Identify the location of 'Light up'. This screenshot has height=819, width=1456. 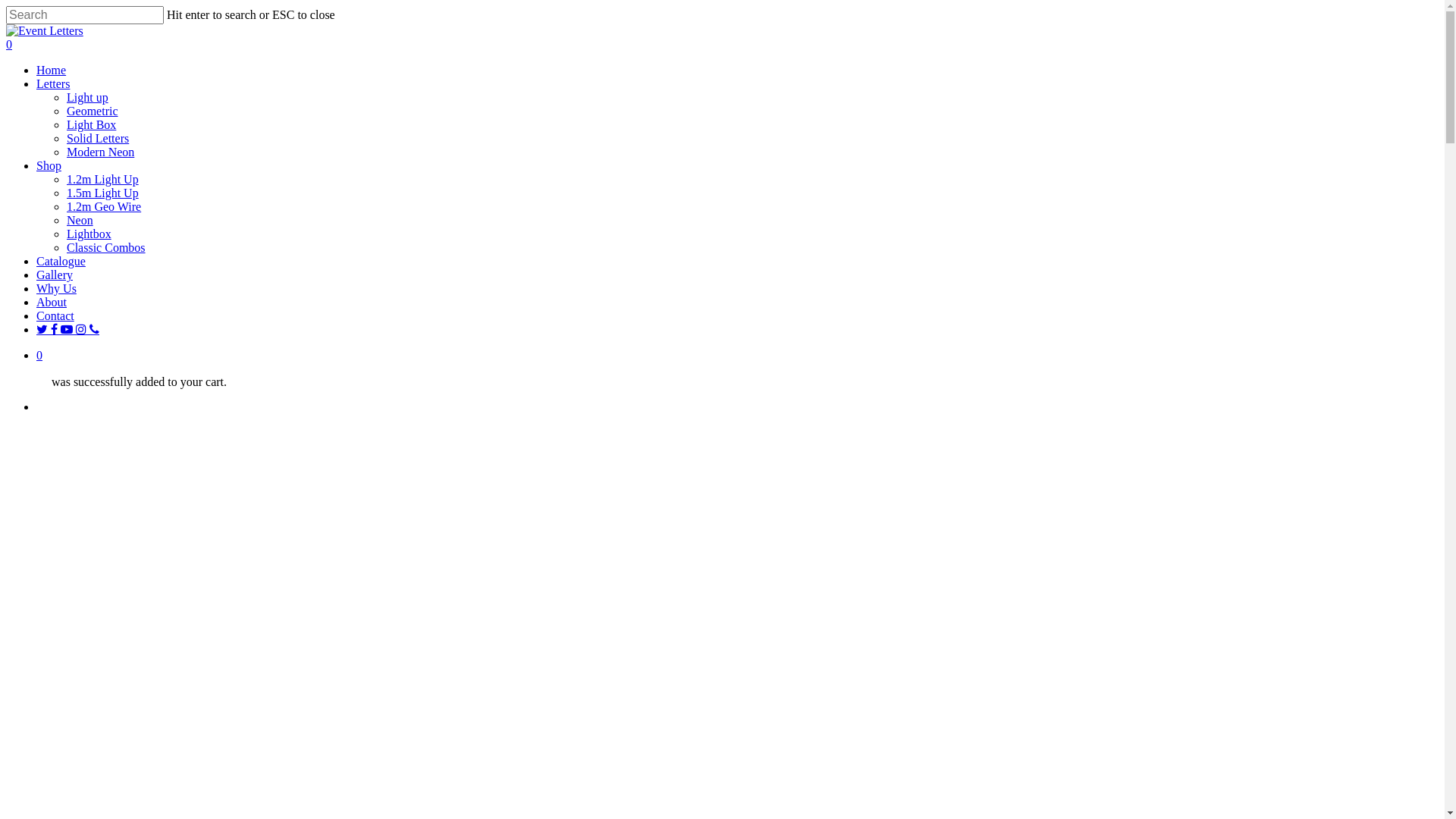
(65, 97).